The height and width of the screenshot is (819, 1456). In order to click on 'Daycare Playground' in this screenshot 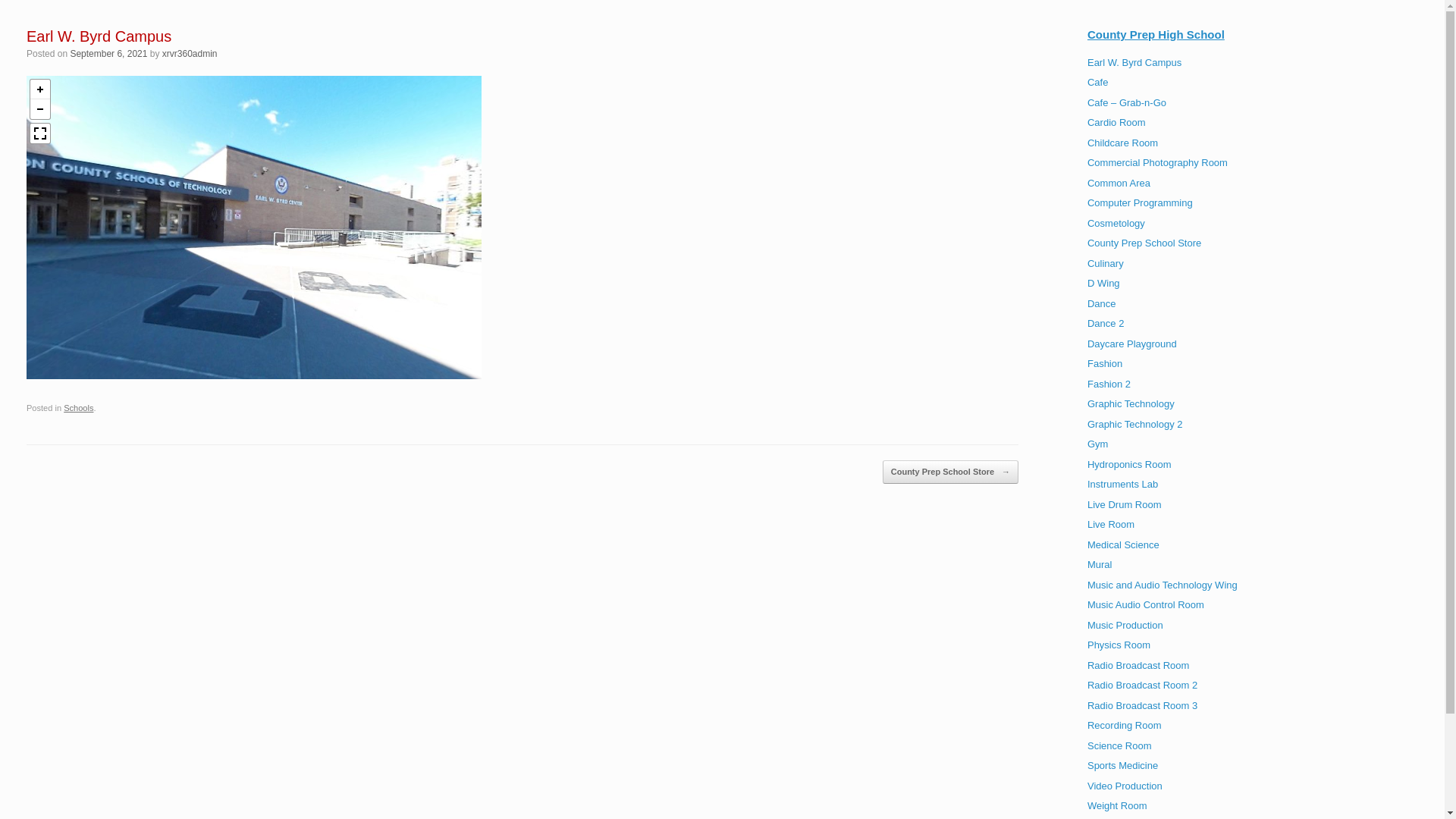, I will do `click(1131, 344)`.